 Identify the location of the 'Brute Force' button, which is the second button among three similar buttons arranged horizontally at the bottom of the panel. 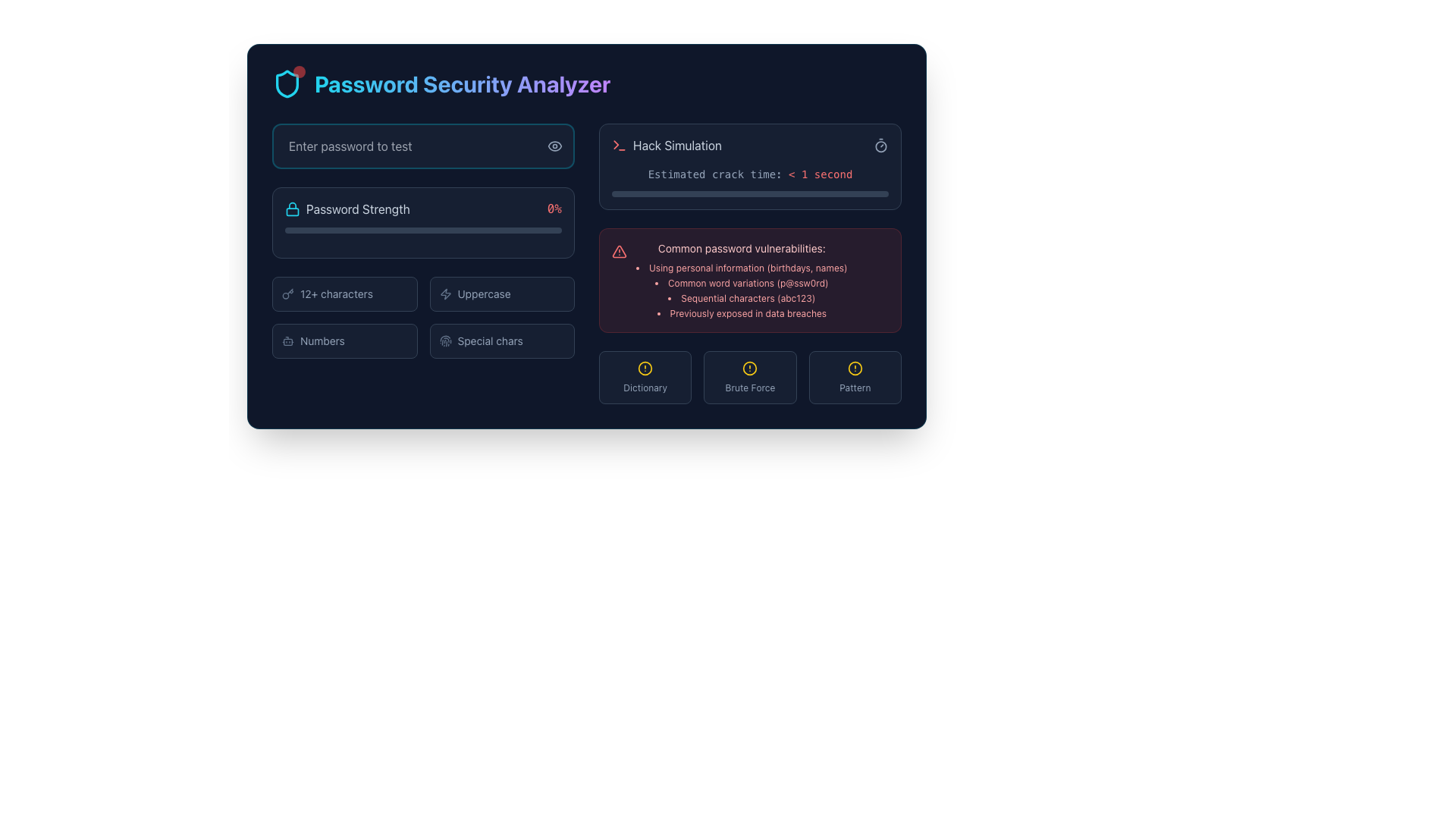
(750, 376).